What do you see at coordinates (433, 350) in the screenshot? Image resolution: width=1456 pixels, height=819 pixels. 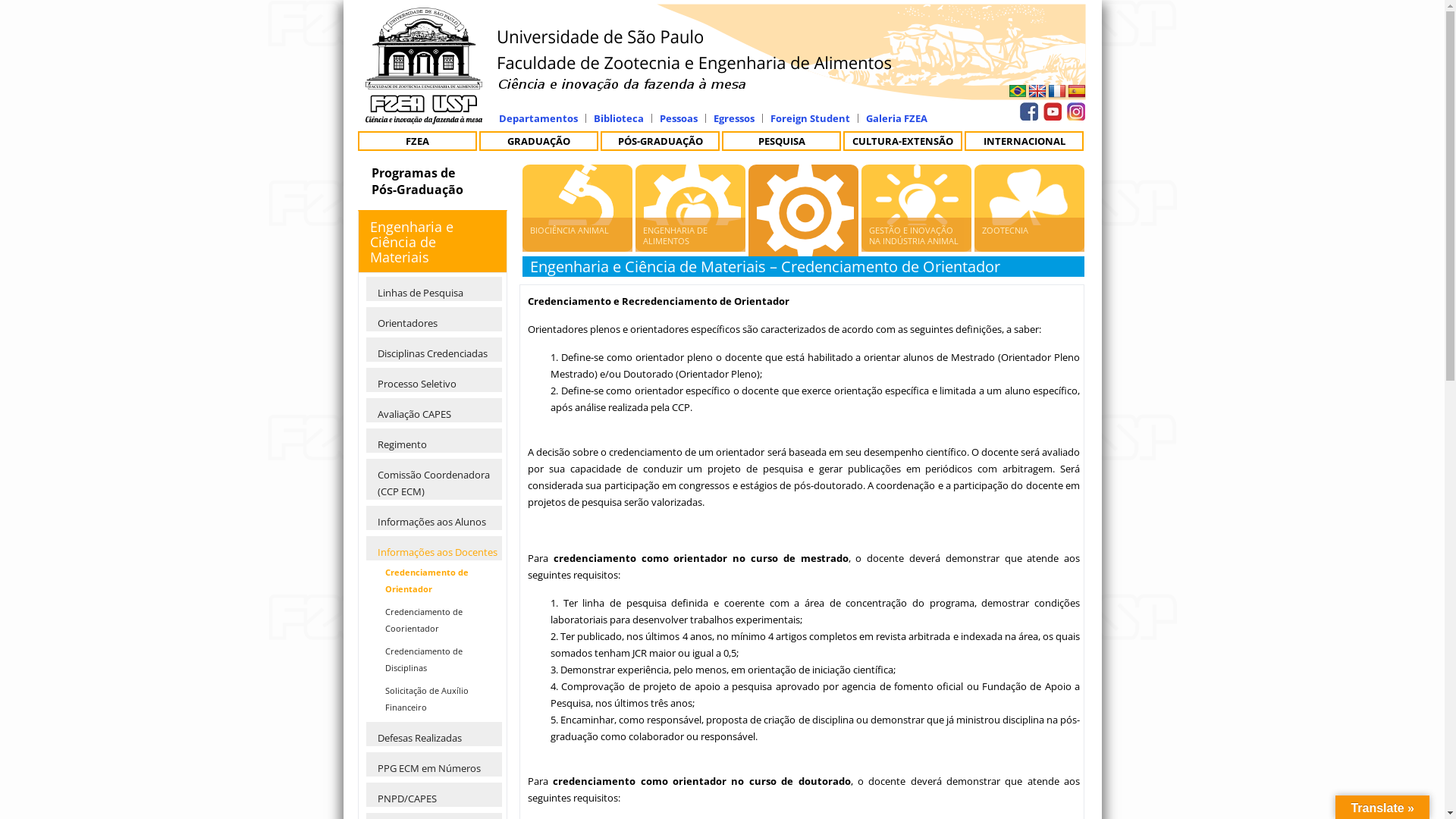 I see `'Disciplinas Credenciadas'` at bounding box center [433, 350].